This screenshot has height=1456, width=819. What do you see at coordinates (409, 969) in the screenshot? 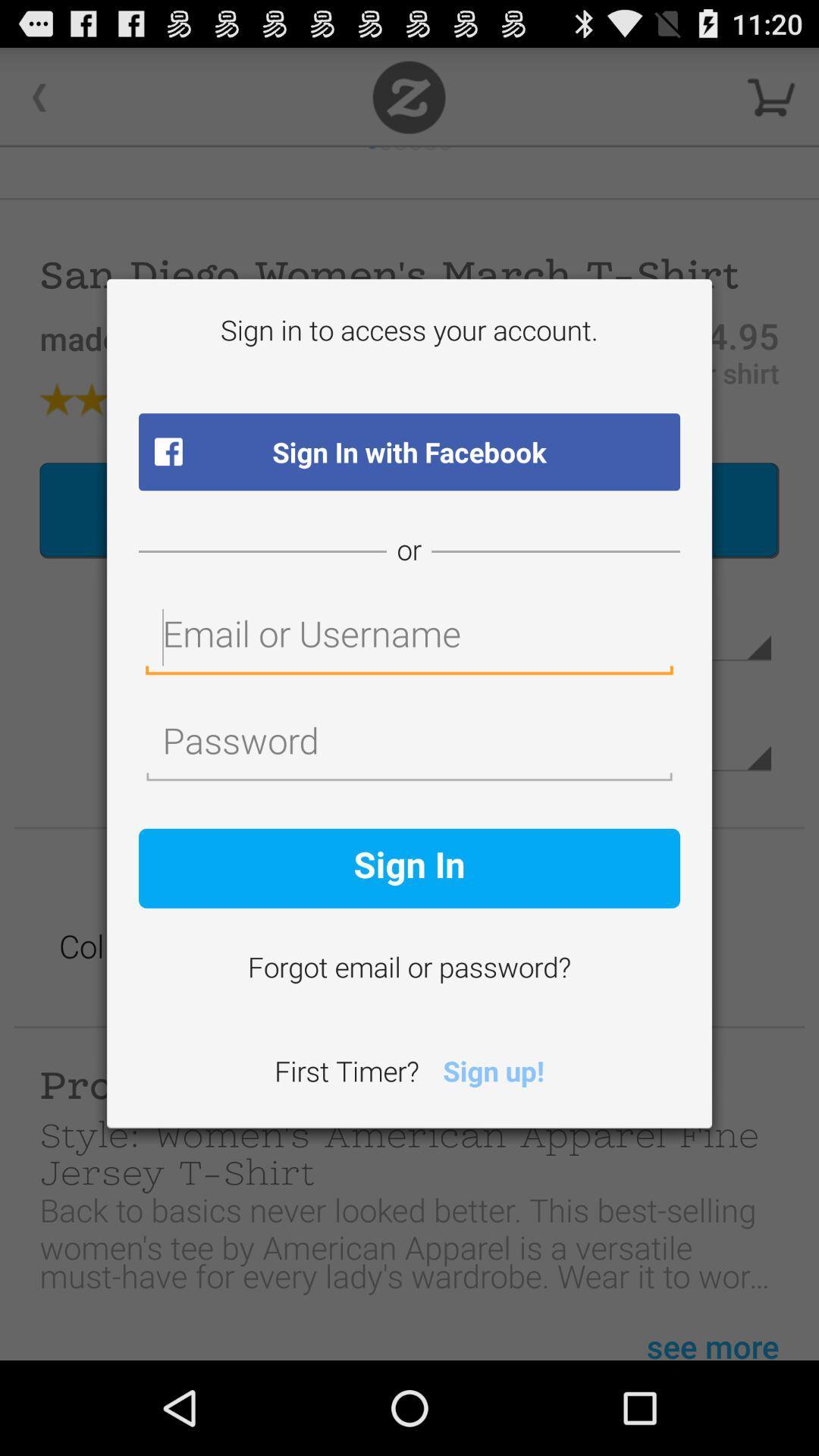
I see `the icon above the first timer? item` at bounding box center [409, 969].